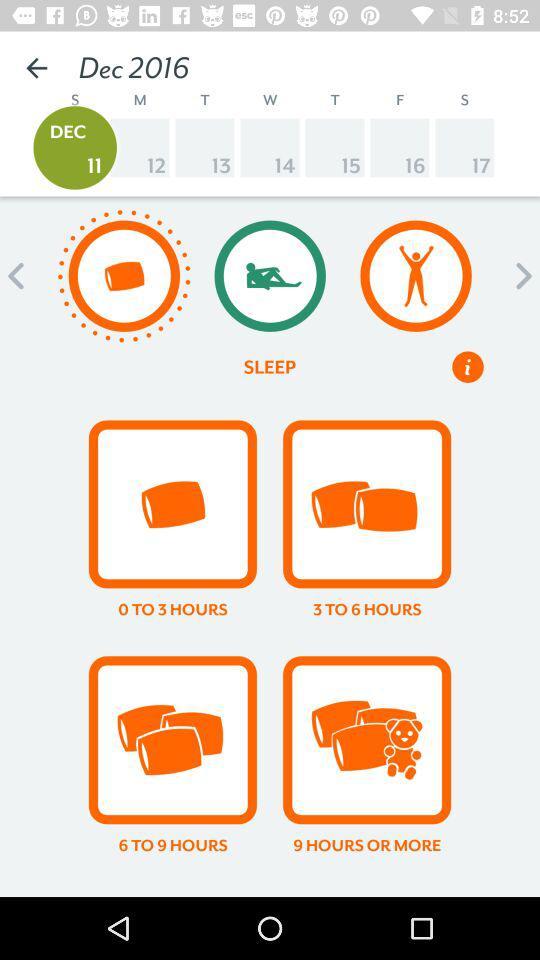  Describe the element at coordinates (20, 275) in the screenshot. I see `the arrow_backward icon` at that location.